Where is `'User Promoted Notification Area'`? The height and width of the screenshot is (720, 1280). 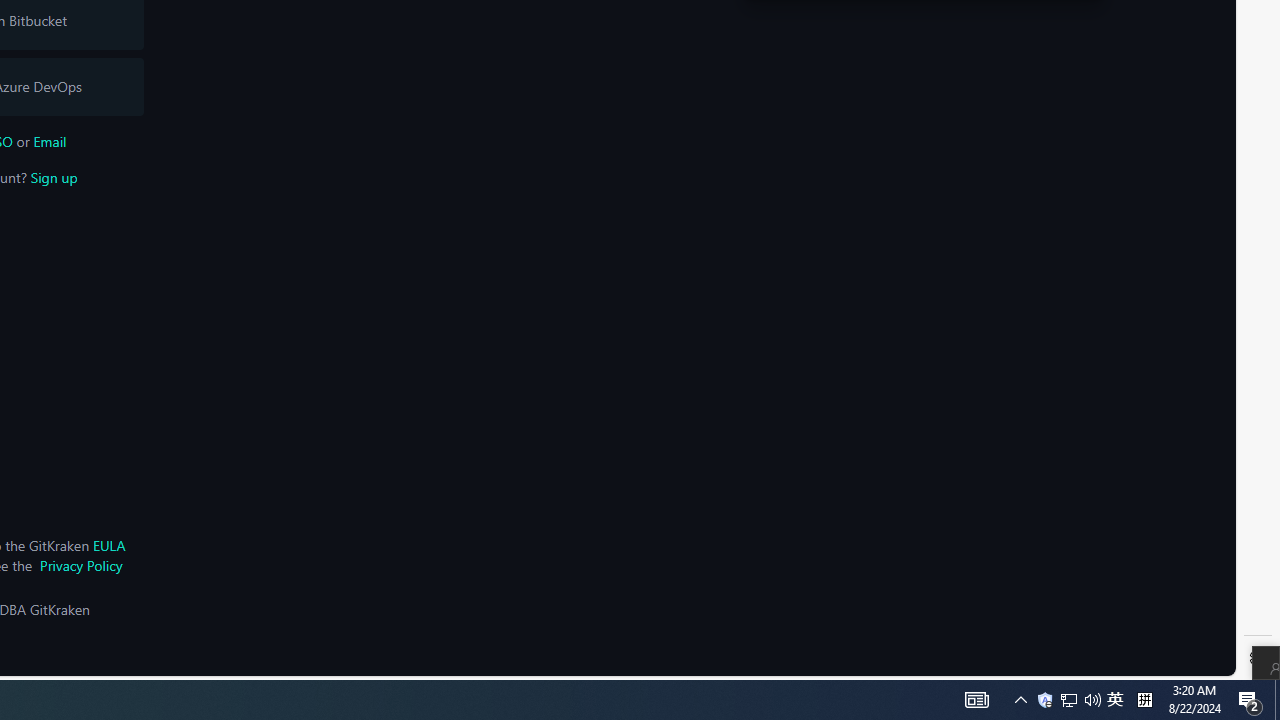 'User Promoted Notification Area' is located at coordinates (1079, 698).